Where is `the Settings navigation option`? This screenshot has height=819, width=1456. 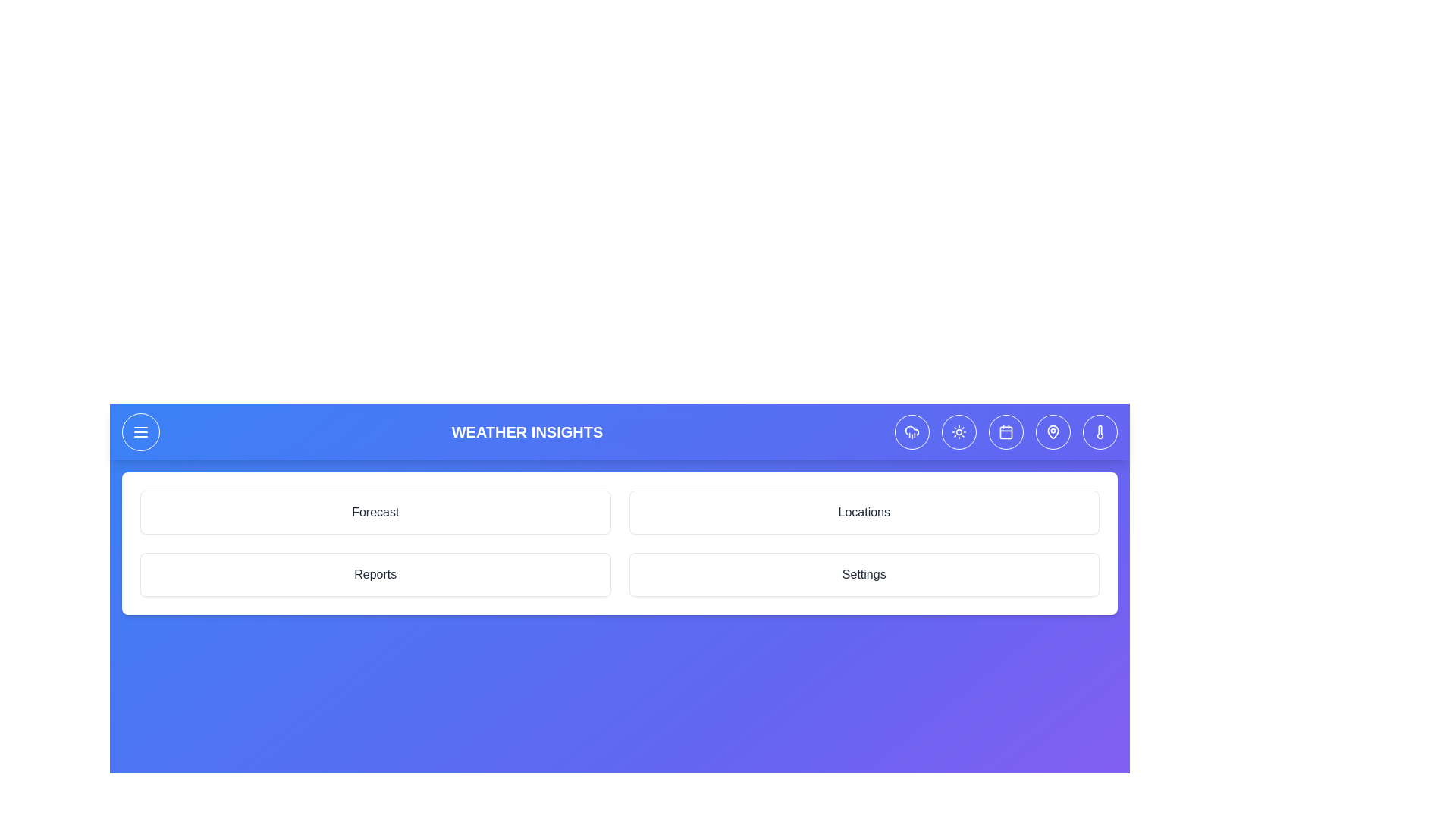 the Settings navigation option is located at coordinates (864, 575).